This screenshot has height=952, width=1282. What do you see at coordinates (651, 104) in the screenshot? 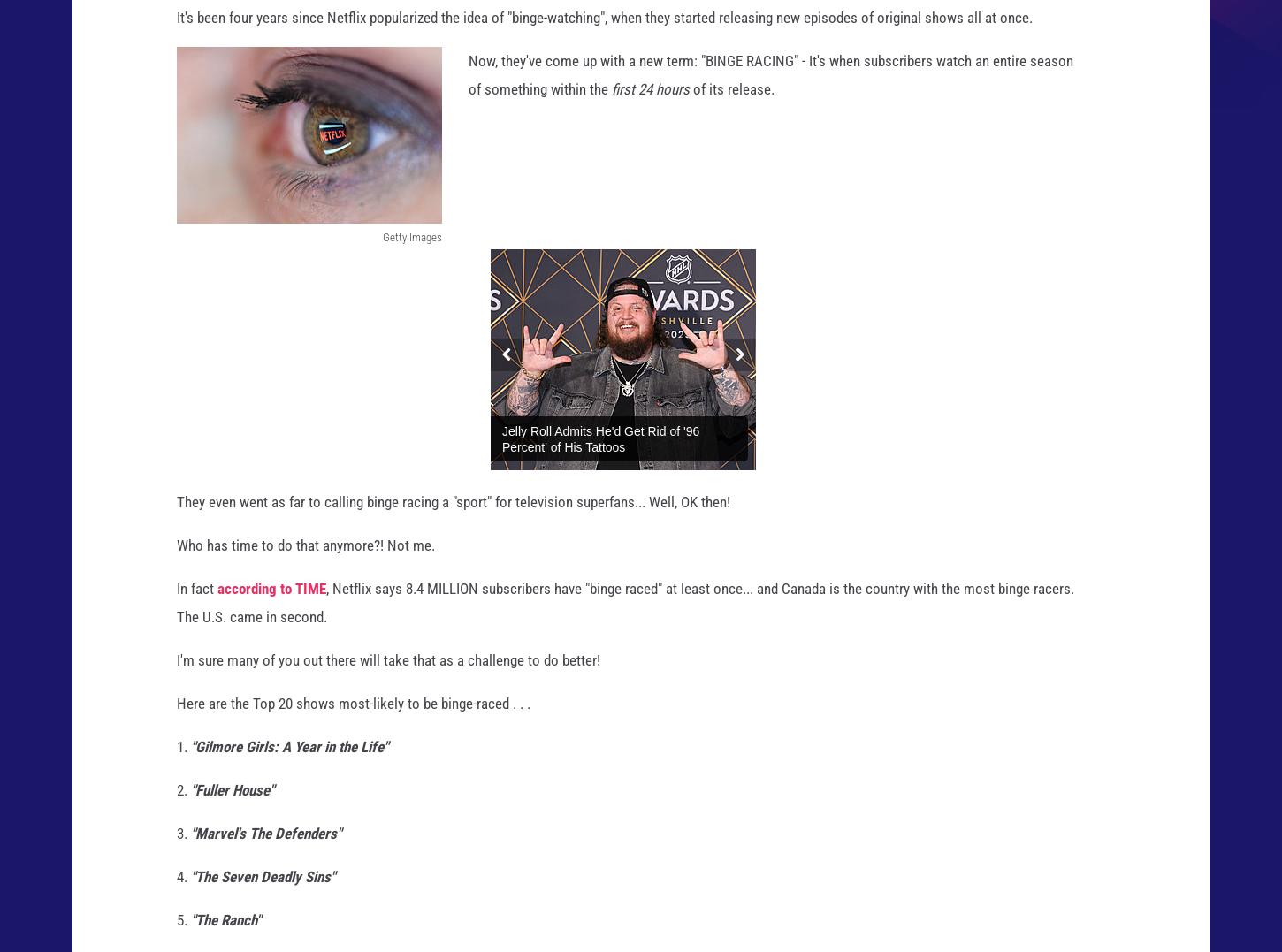
I see `'first 24 hours'` at bounding box center [651, 104].